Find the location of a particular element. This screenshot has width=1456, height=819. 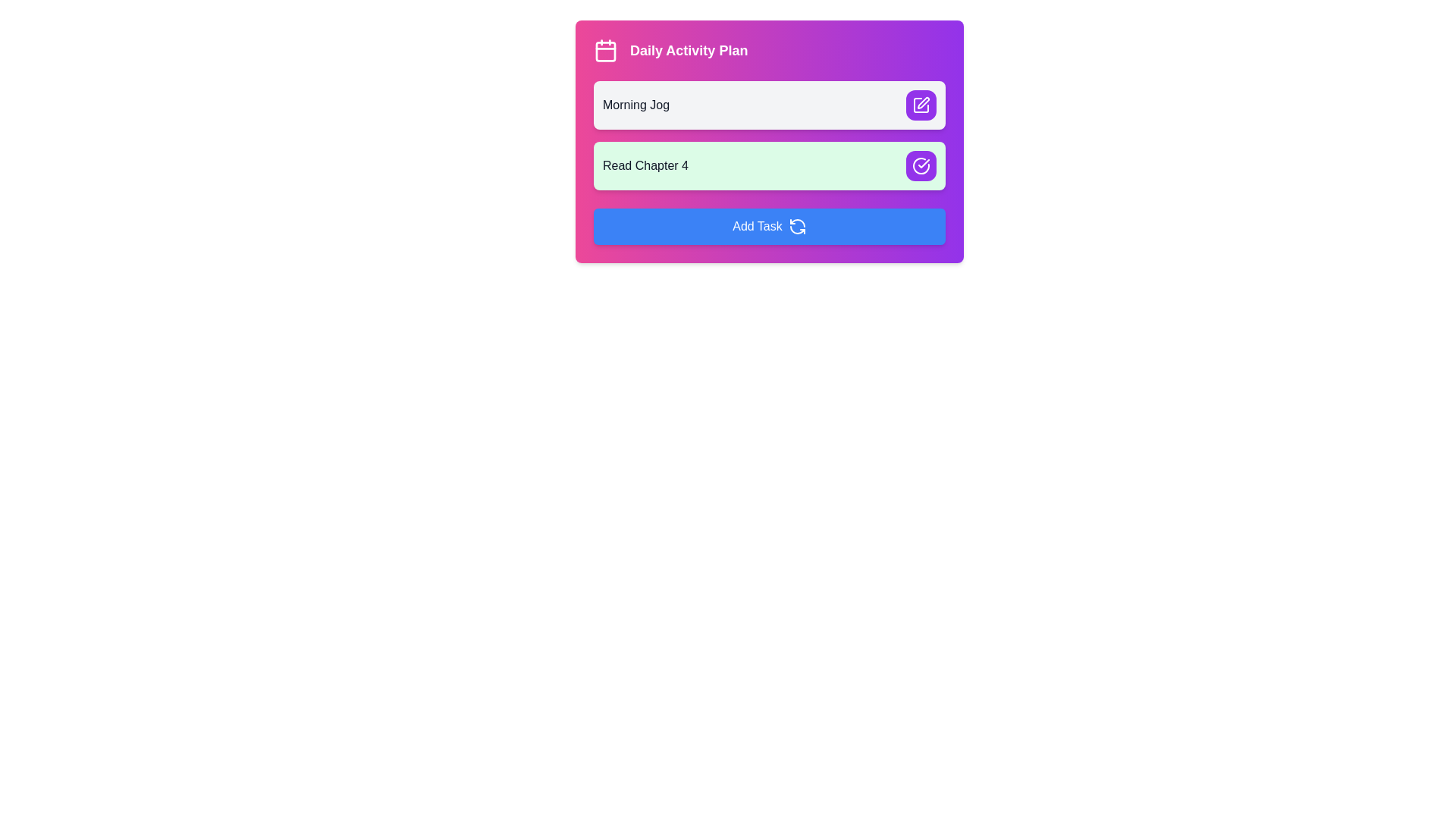

the pink decorative graphical element with rounded corners located within the top-left area of the calendar icon on the purple gradient banner titled 'Daily Activity Plan' is located at coordinates (604, 51).